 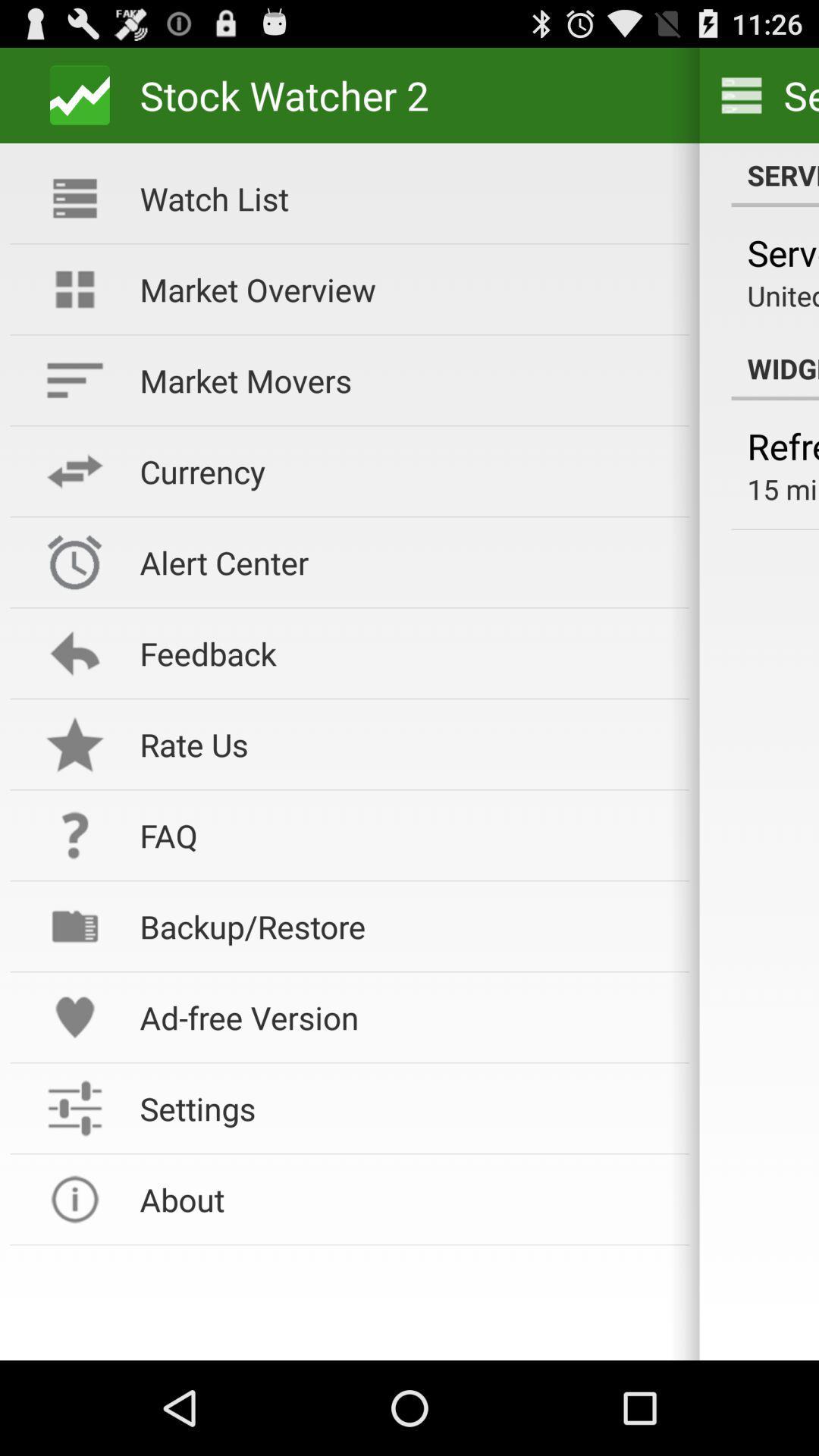 I want to click on app to the left of widgets app, so click(x=403, y=289).